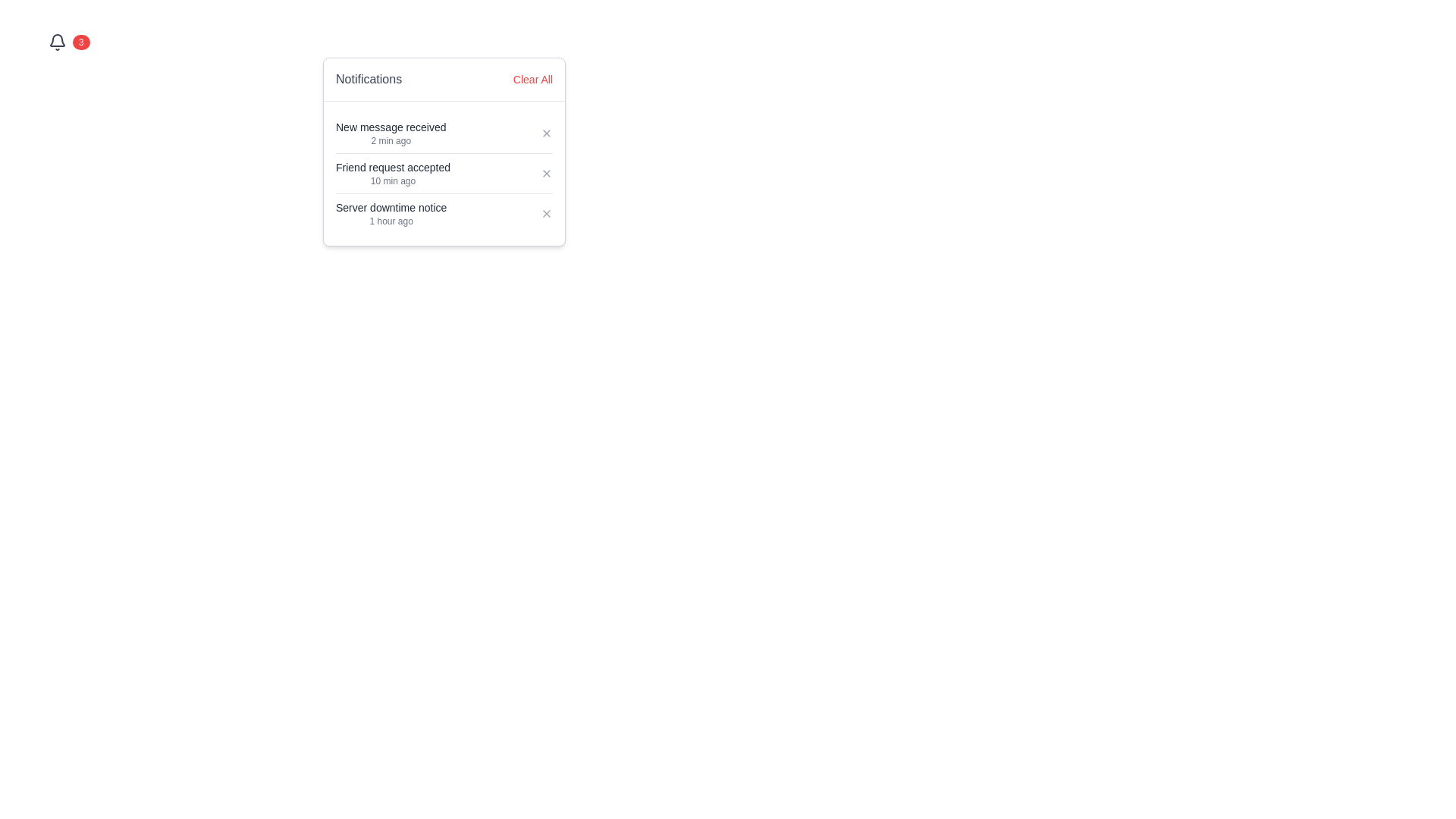 Image resolution: width=1456 pixels, height=819 pixels. Describe the element at coordinates (391, 140) in the screenshot. I see `the timestamp text that displays the relative time when a notification was received, located in the notification card under the 'New message received' title` at that location.